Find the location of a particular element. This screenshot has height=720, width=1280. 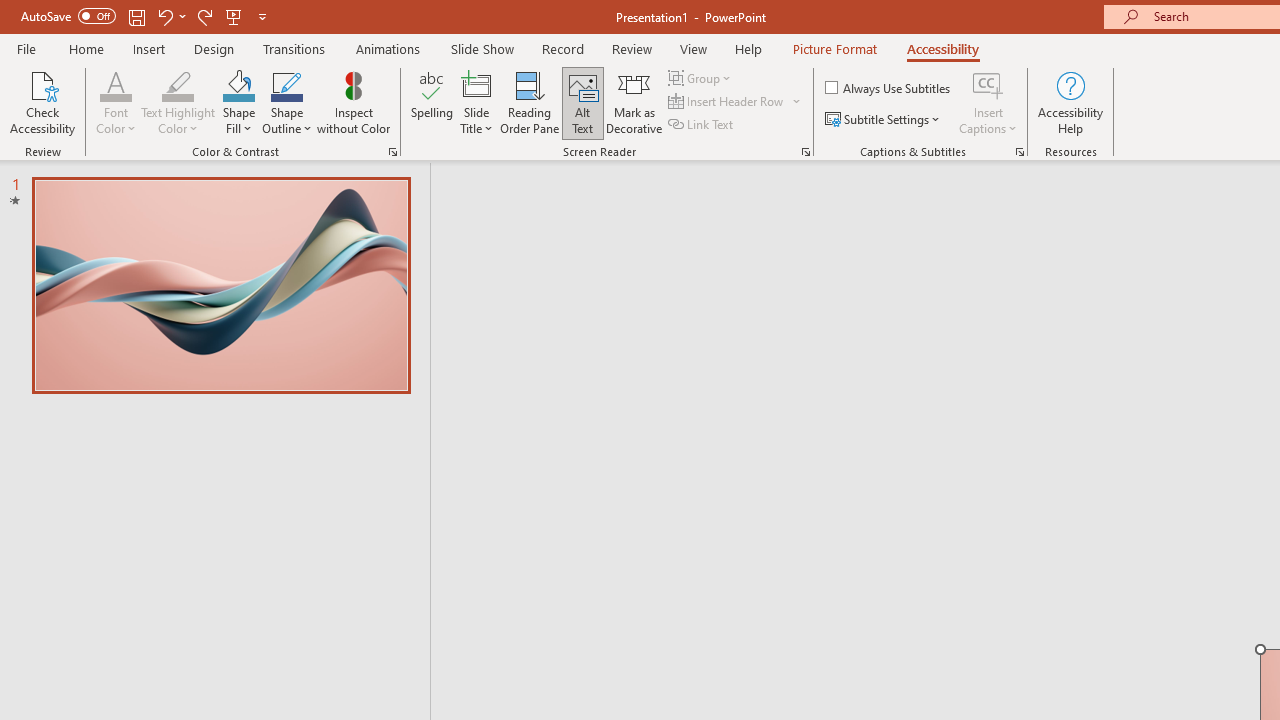

'Accessibility Help' is located at coordinates (1069, 103).